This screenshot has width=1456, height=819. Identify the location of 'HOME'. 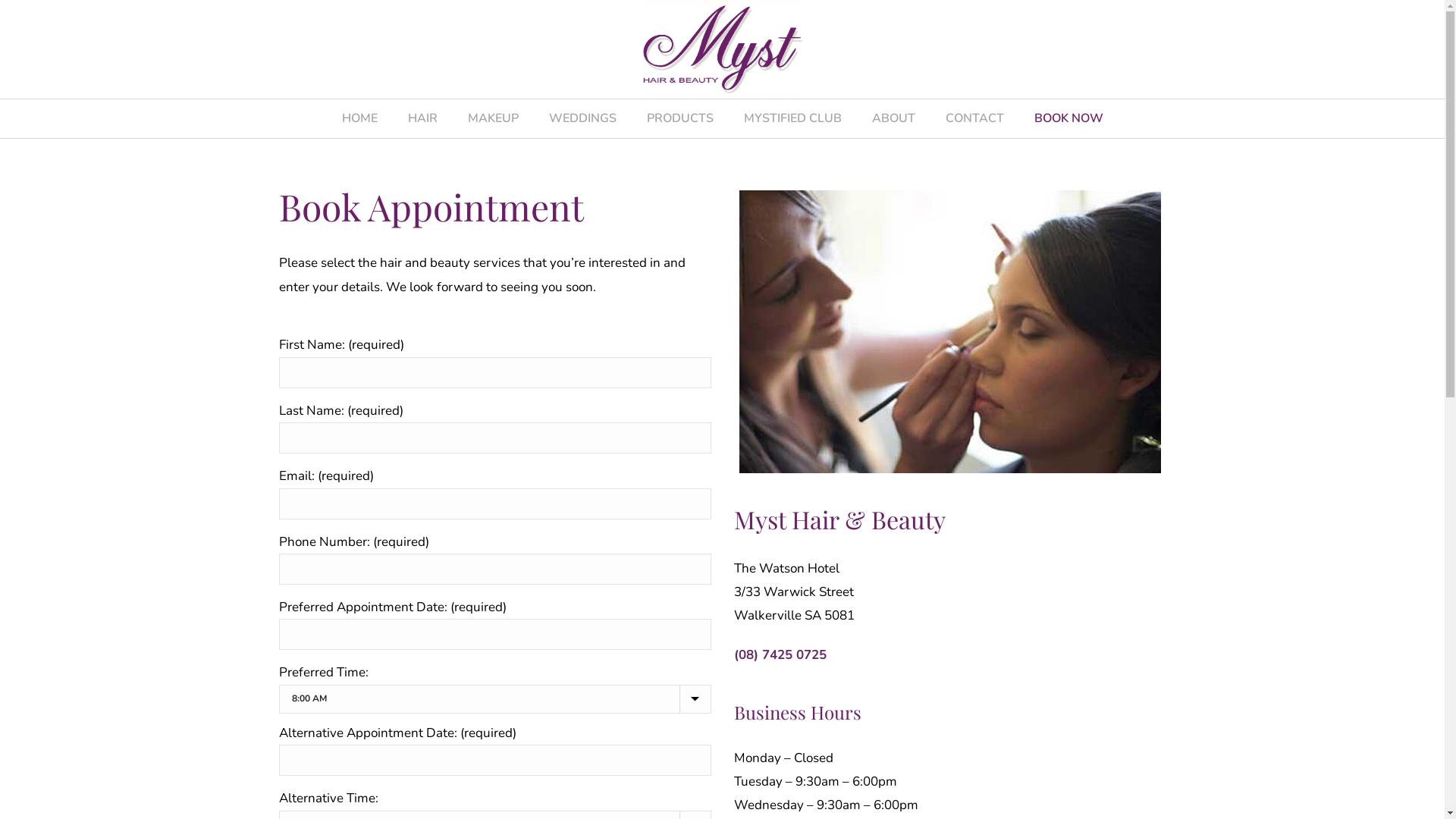
(358, 118).